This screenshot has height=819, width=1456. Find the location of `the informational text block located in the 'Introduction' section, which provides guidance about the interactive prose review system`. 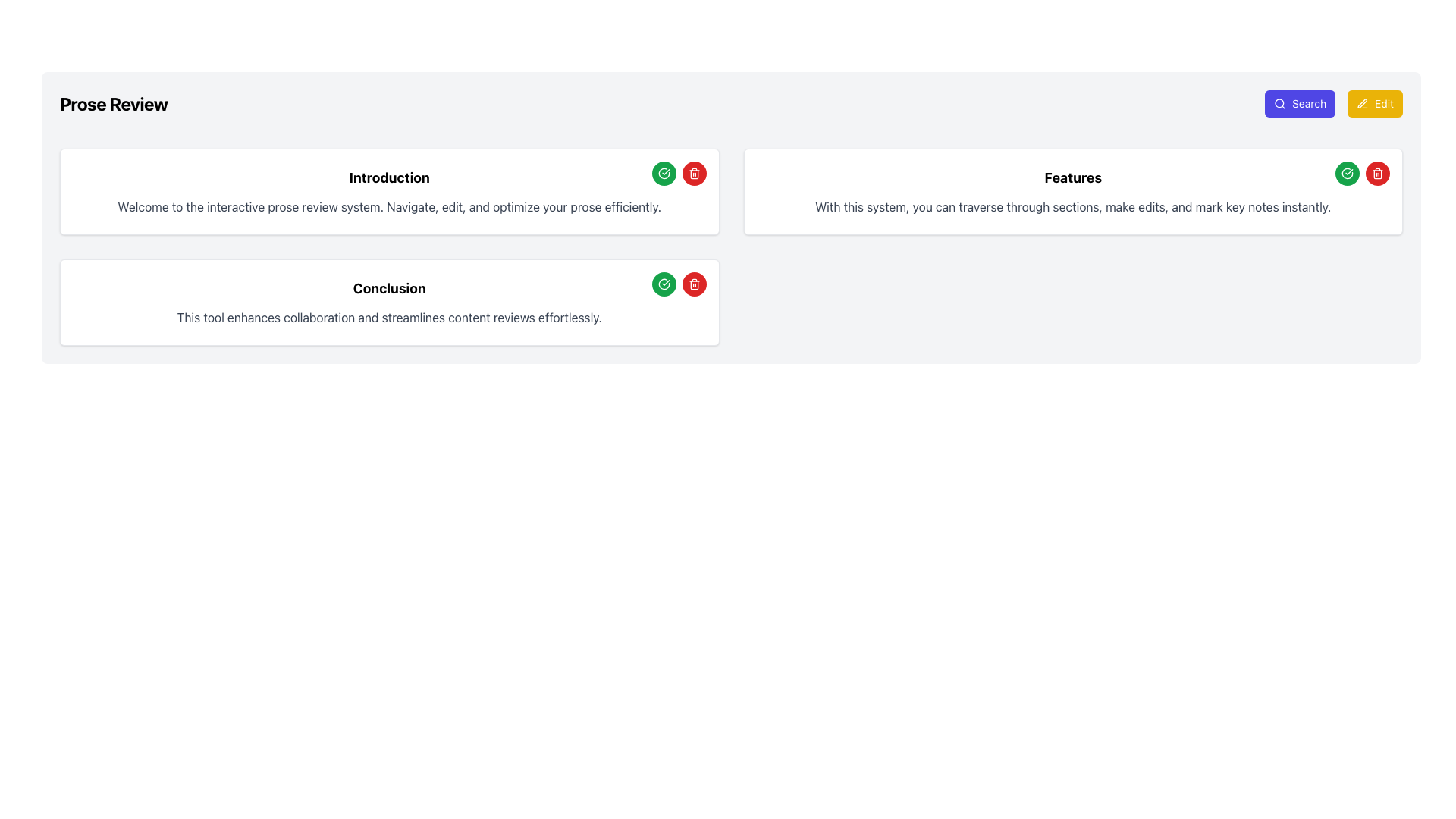

the informational text block located in the 'Introduction' section, which provides guidance about the interactive prose review system is located at coordinates (389, 207).